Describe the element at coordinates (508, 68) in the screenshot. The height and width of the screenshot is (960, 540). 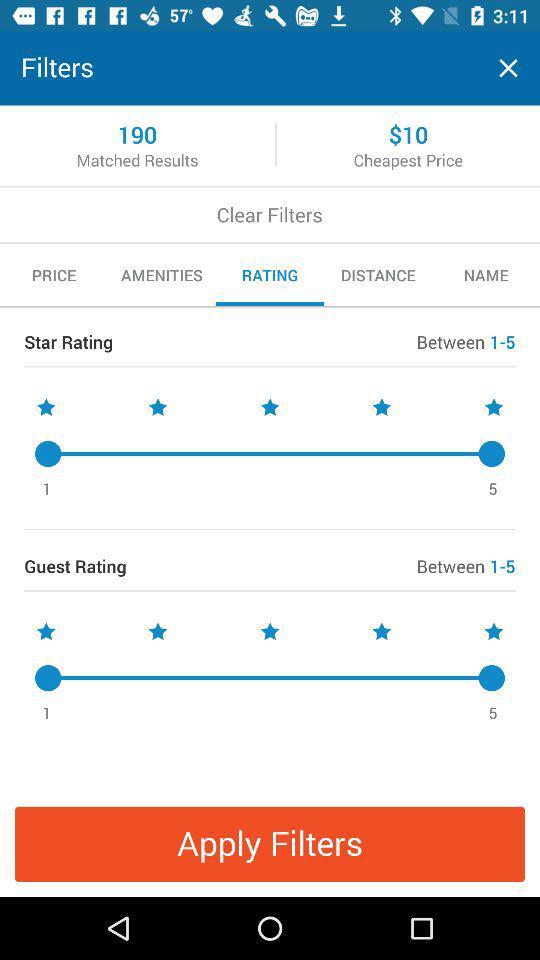
I see `window` at that location.